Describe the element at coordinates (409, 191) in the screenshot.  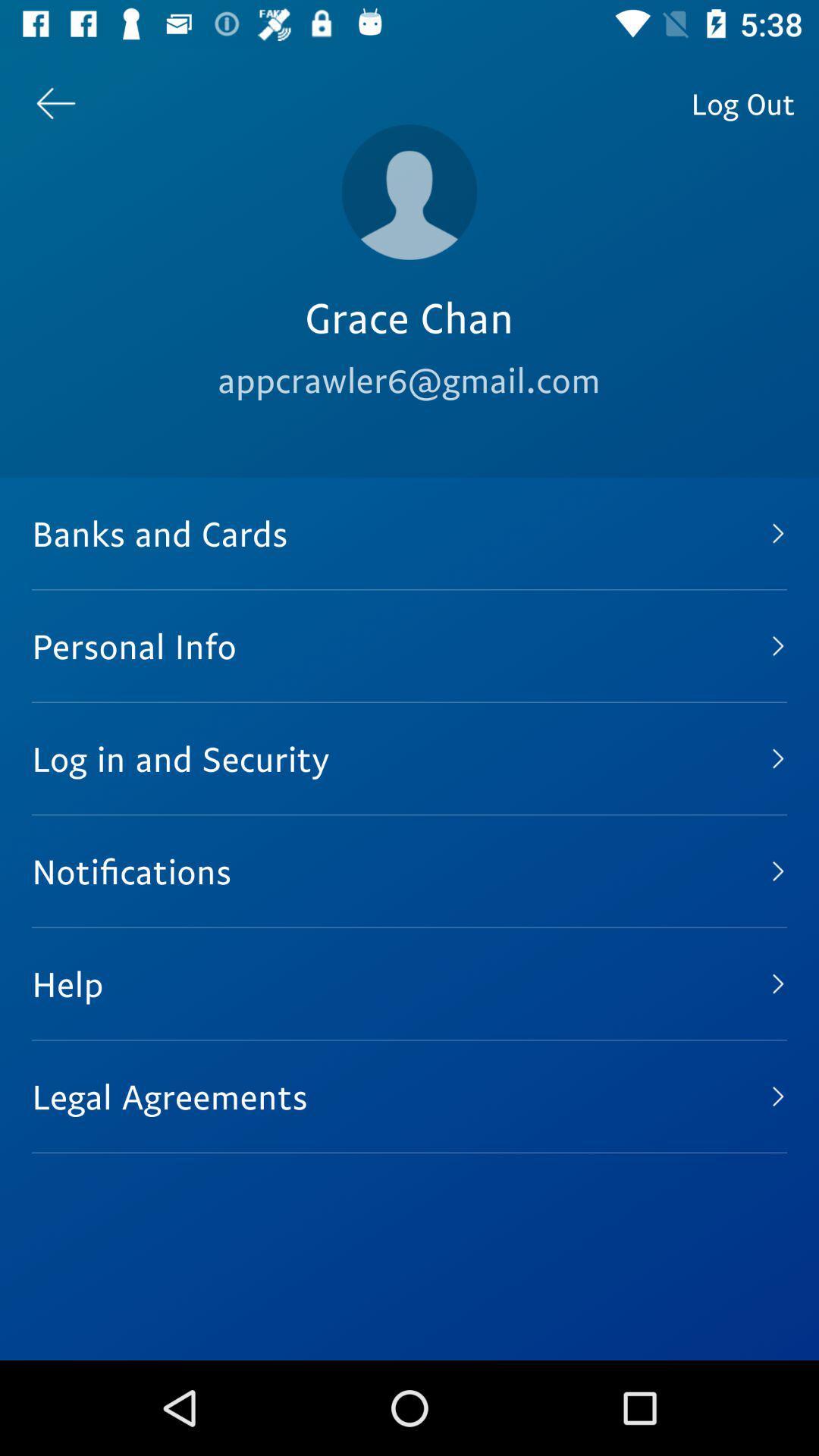
I see `item next to the log out item` at that location.